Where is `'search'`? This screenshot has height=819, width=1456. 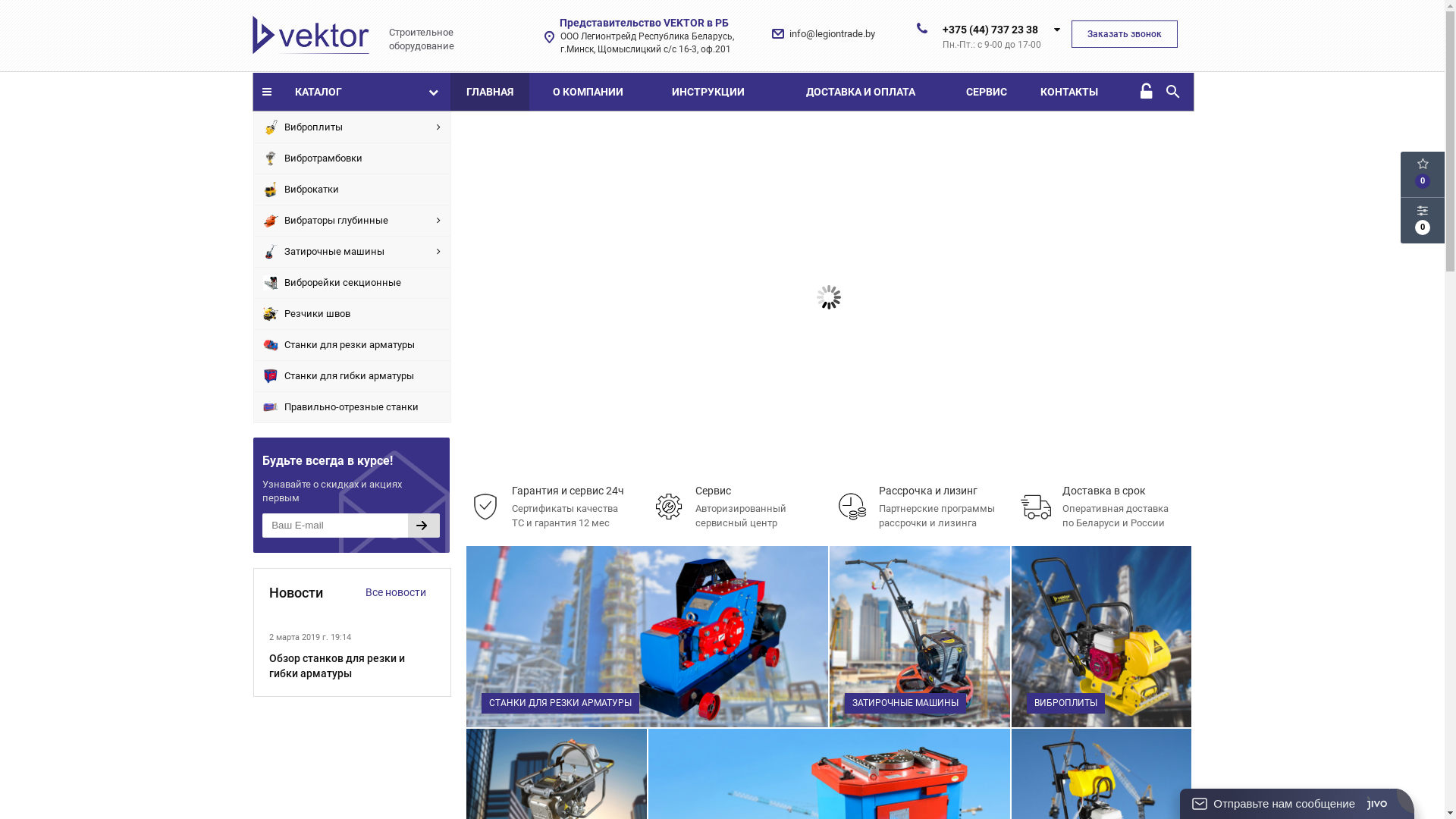
'search' is located at coordinates (1163, 91).